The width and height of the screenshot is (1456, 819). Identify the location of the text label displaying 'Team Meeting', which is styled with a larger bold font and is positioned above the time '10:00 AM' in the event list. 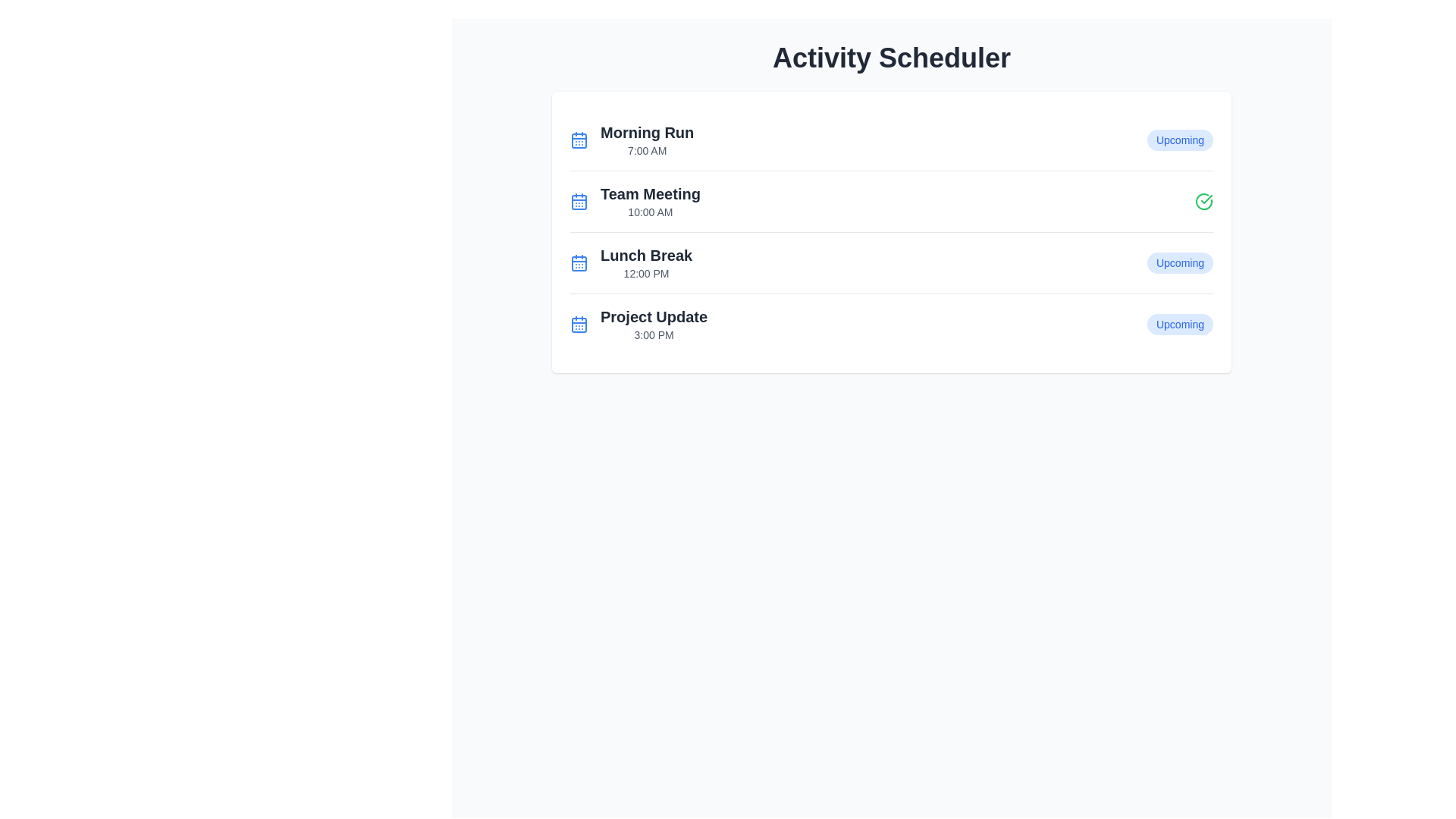
(650, 193).